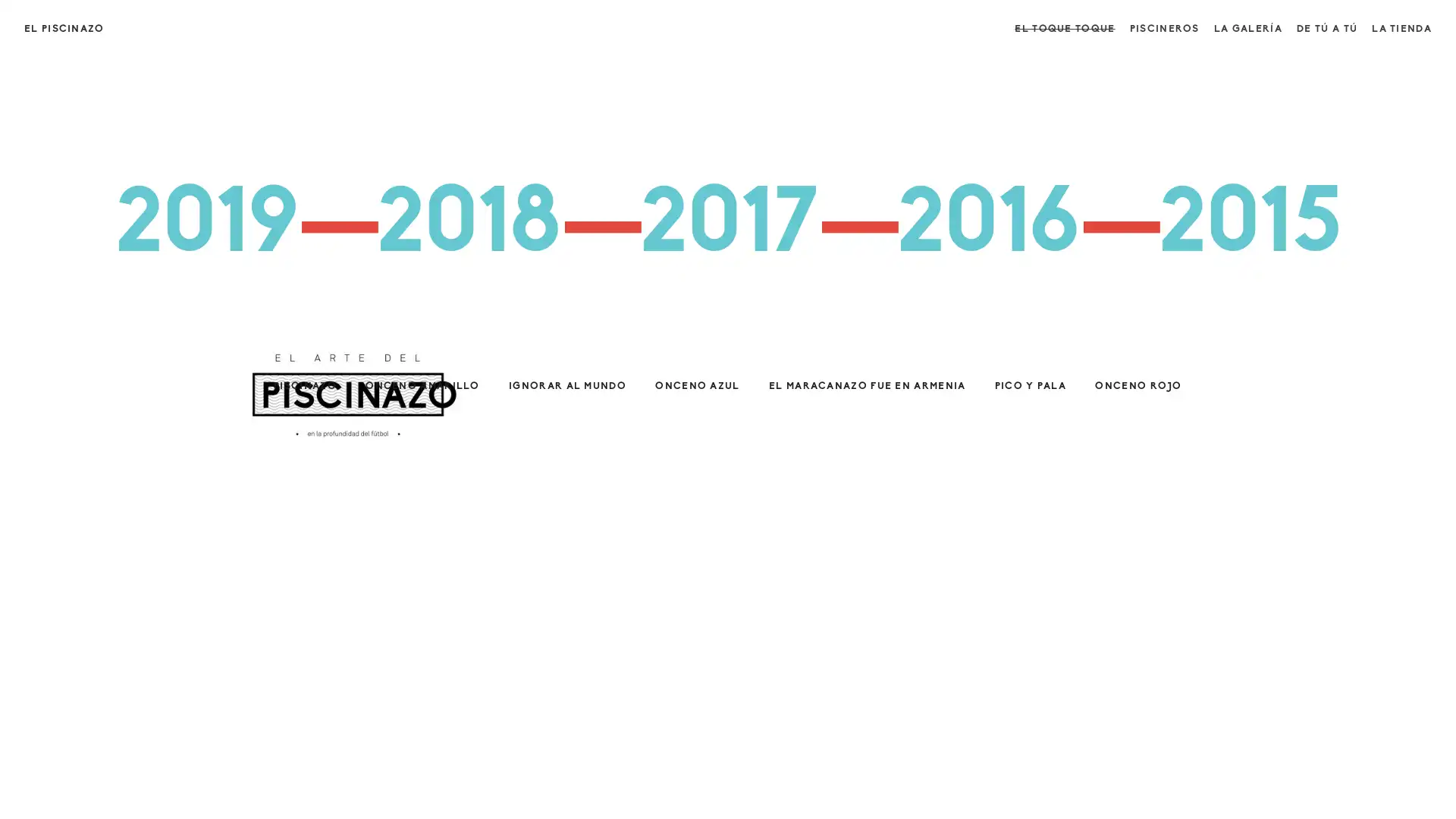  What do you see at coordinates (1283, 705) in the screenshot?
I see `SUSCRIBETE` at bounding box center [1283, 705].